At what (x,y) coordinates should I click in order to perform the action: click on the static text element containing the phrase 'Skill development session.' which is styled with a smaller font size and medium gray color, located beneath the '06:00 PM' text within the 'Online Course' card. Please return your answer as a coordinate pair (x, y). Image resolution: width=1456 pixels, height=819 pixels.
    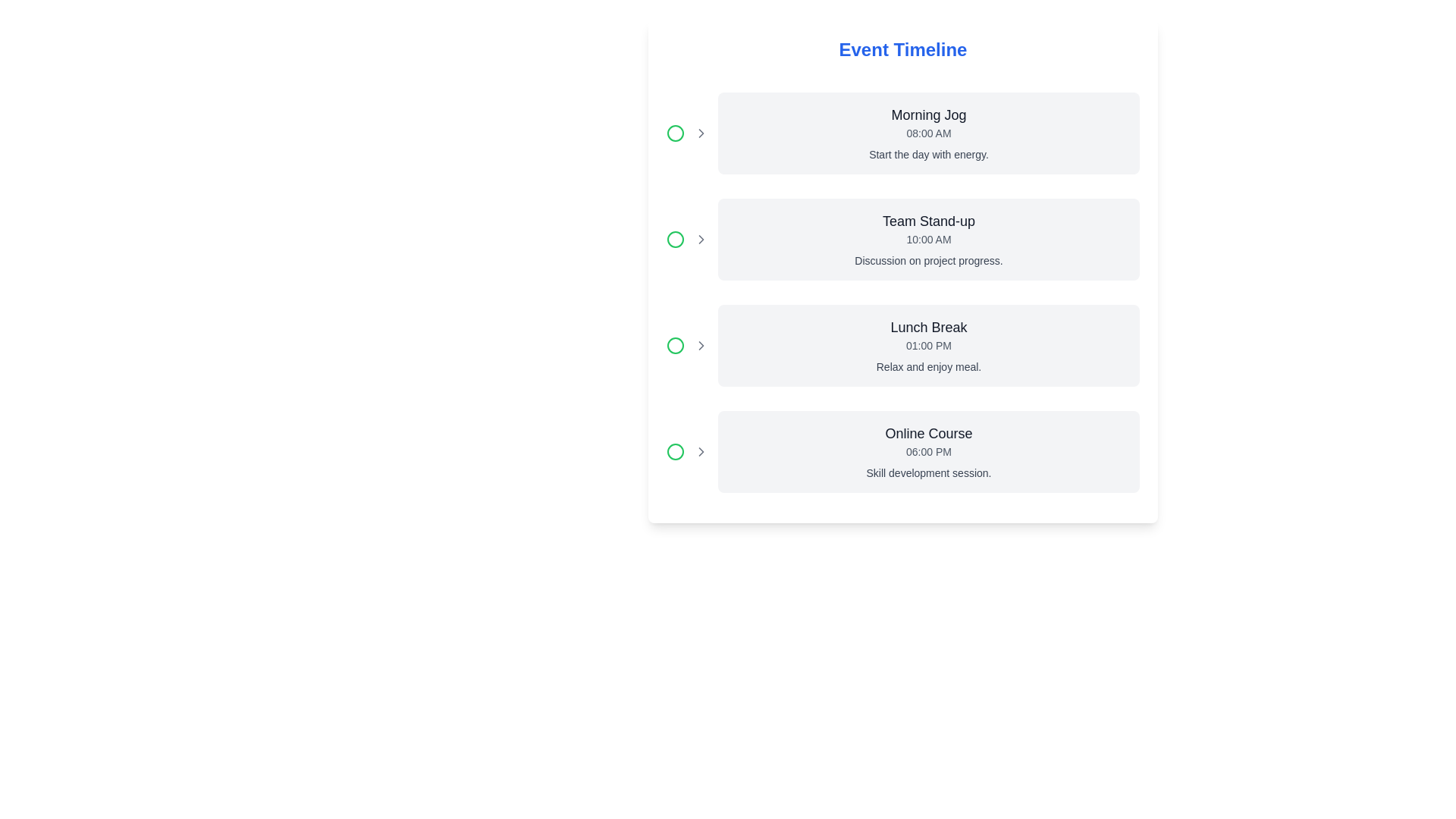
    Looking at the image, I should click on (927, 472).